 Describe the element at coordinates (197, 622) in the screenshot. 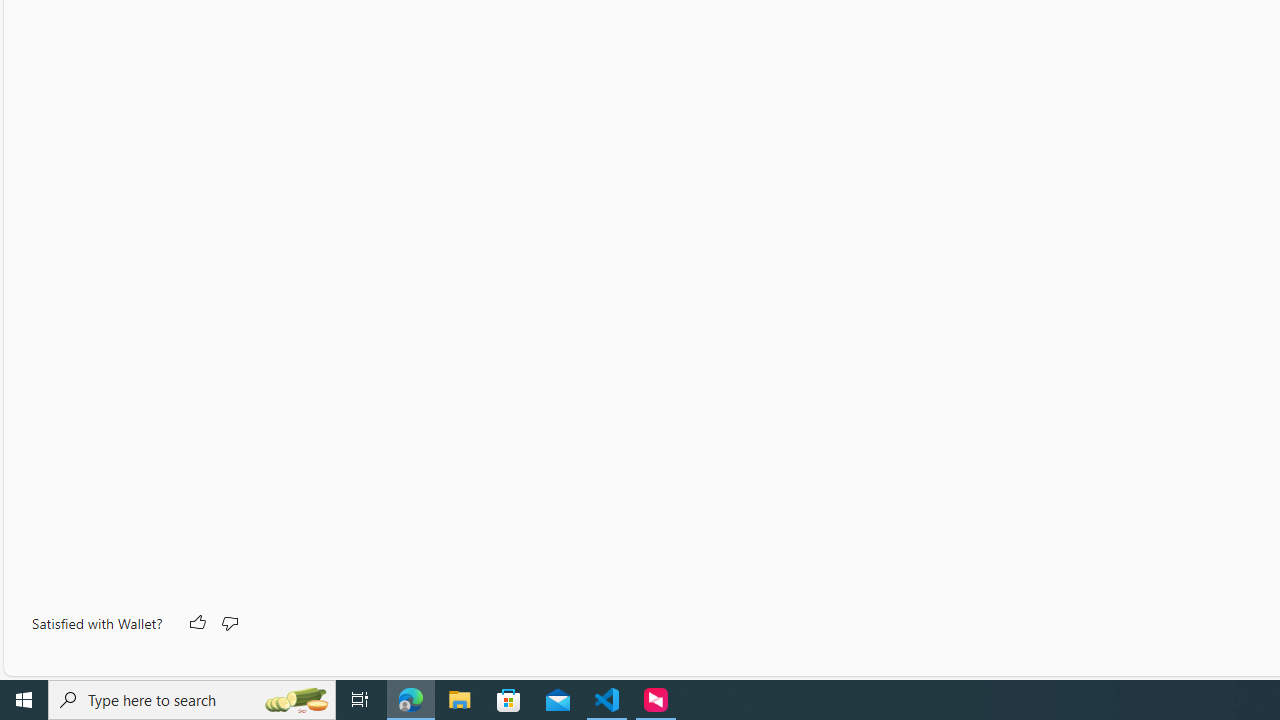

I see `'Like'` at that location.